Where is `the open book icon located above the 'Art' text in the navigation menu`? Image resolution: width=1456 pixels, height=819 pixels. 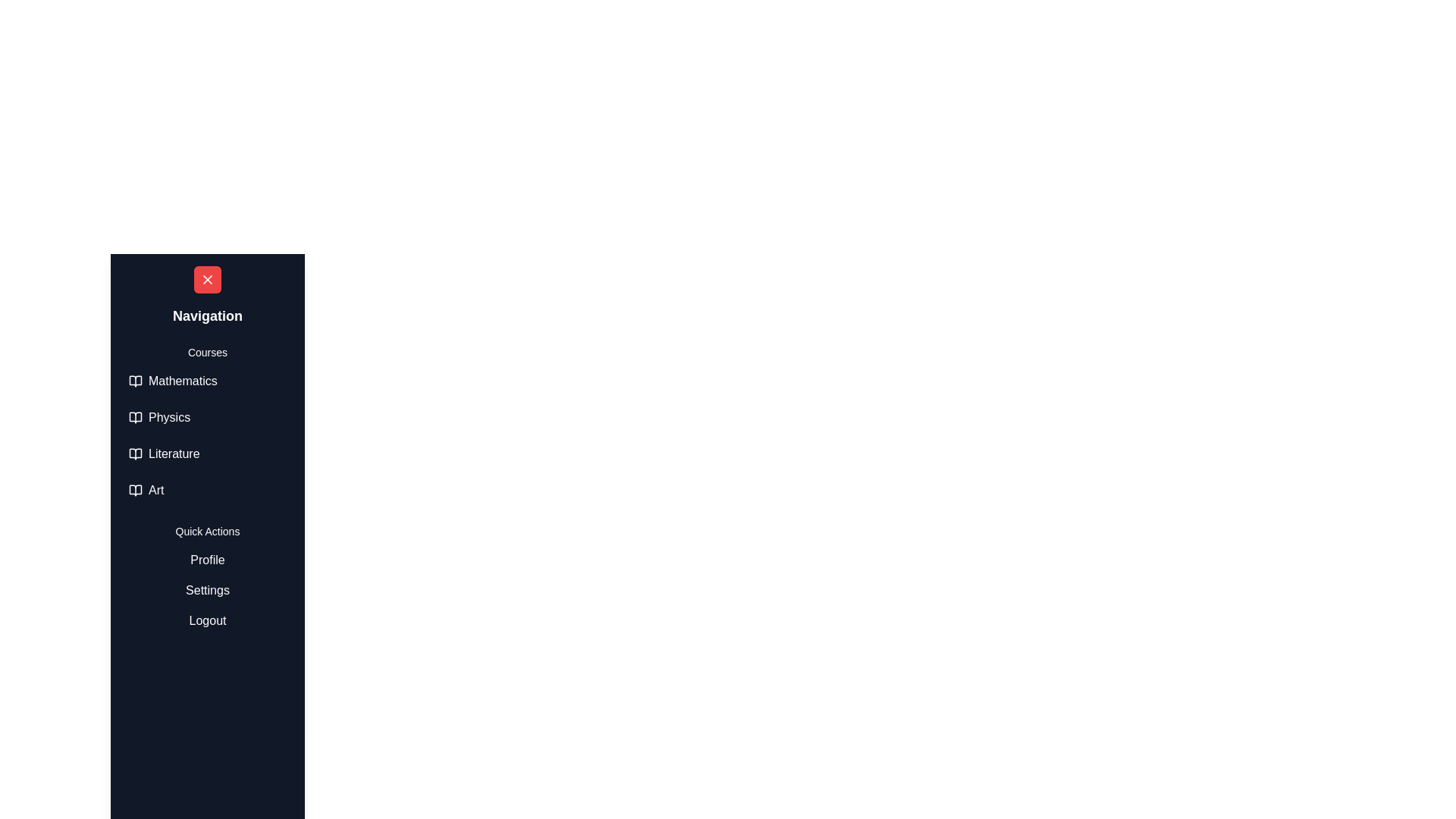 the open book icon located above the 'Art' text in the navigation menu is located at coordinates (135, 491).